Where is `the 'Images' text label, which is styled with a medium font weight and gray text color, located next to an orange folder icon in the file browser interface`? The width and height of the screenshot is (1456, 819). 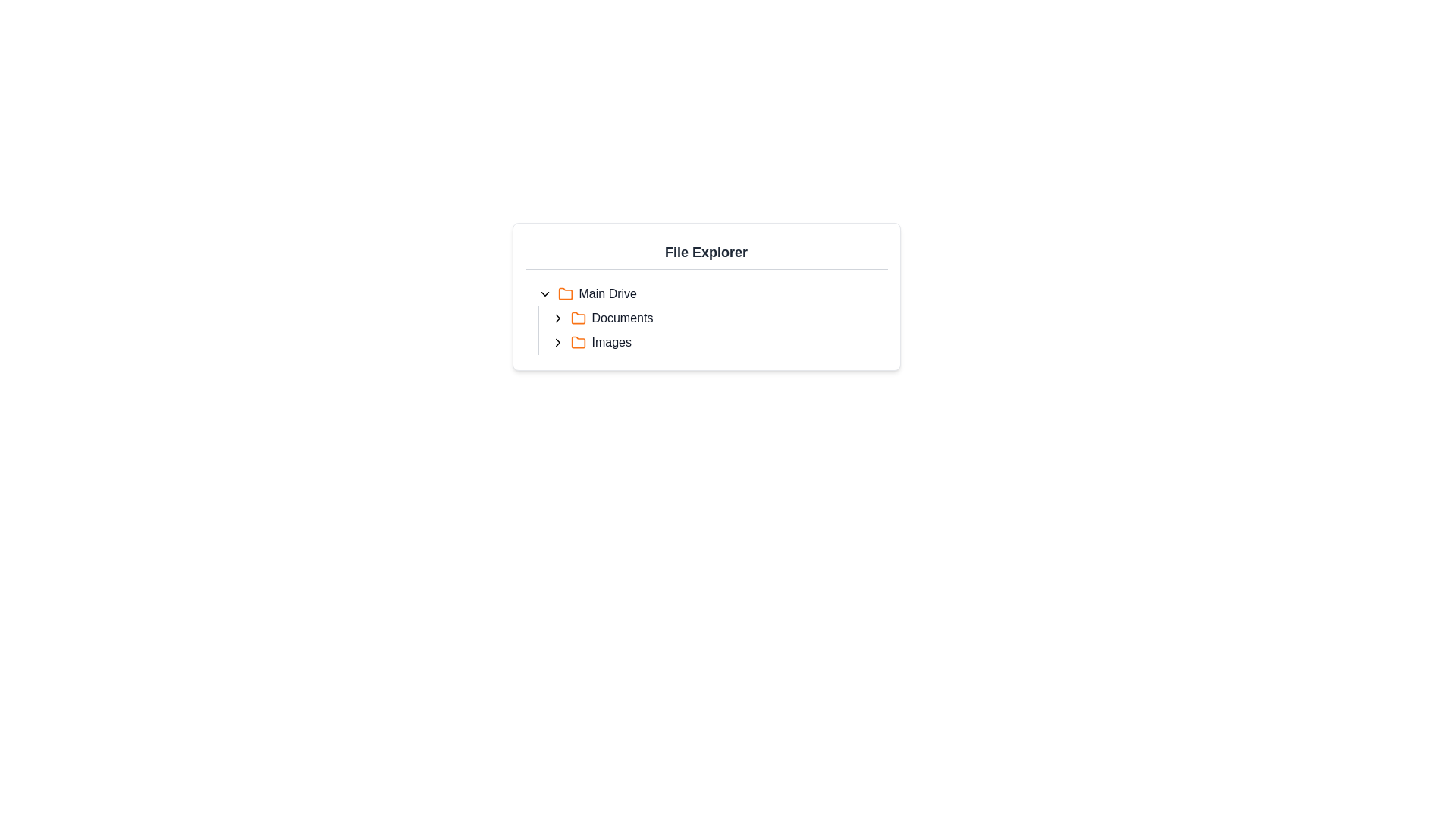
the 'Images' text label, which is styled with a medium font weight and gray text color, located next to an orange folder icon in the file browser interface is located at coordinates (611, 342).